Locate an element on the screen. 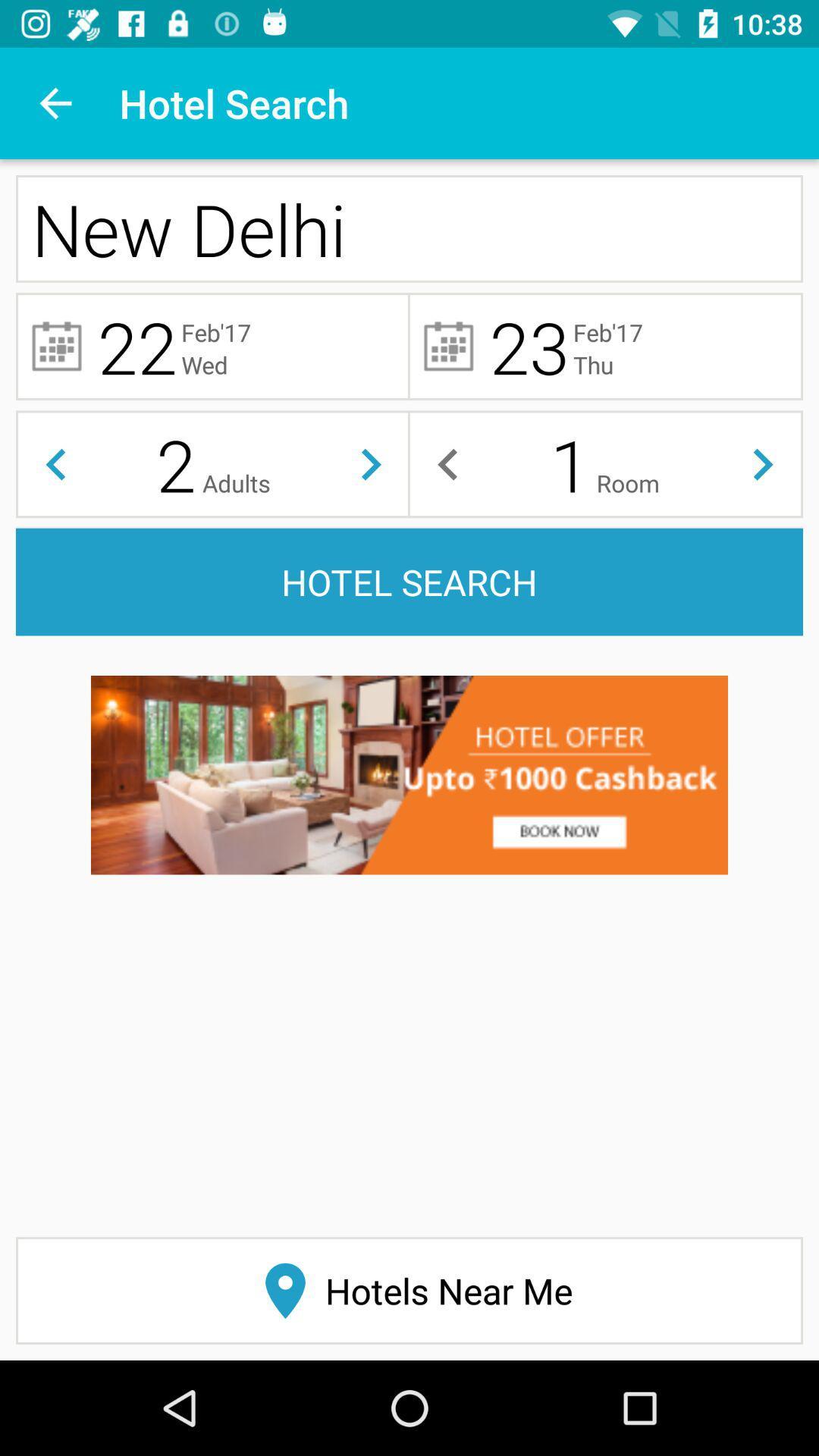  the arrow_forward icon is located at coordinates (763, 463).